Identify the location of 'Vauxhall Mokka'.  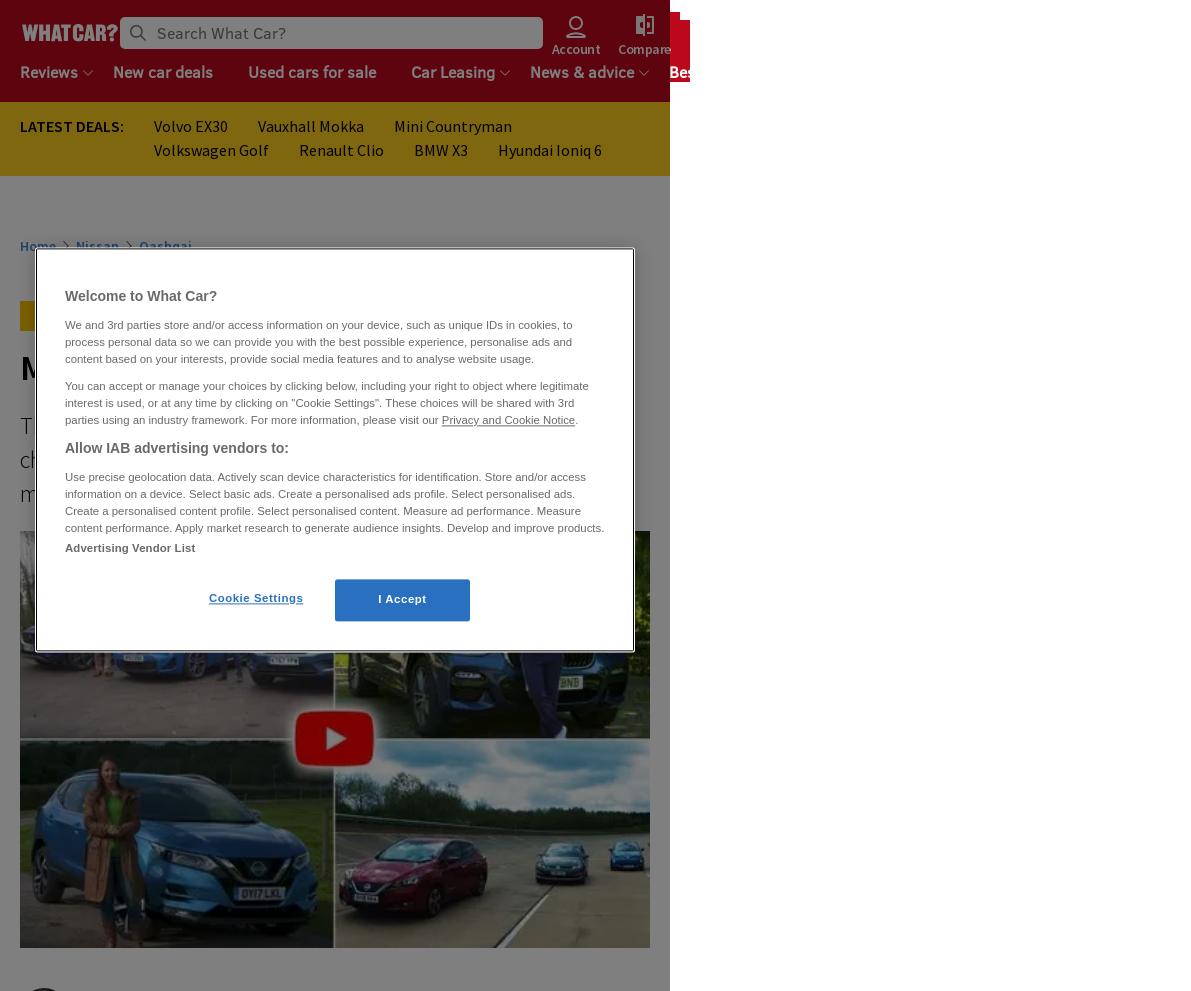
(256, 124).